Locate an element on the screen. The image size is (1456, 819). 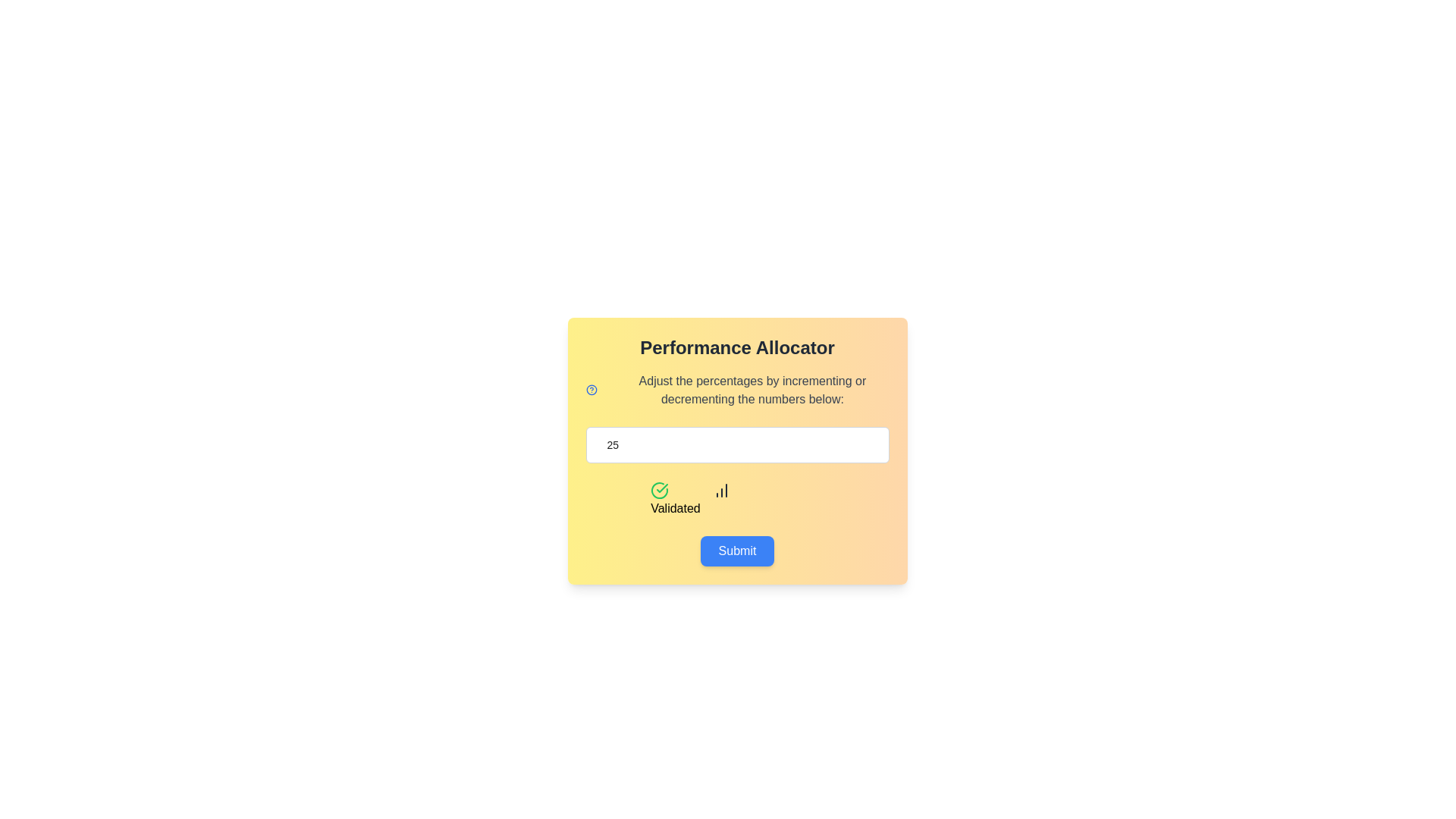
the circular help icon with a blue border and question mark, styled with the 'lucide-circle-help' class, located to the left of the input field is located at coordinates (591, 390).